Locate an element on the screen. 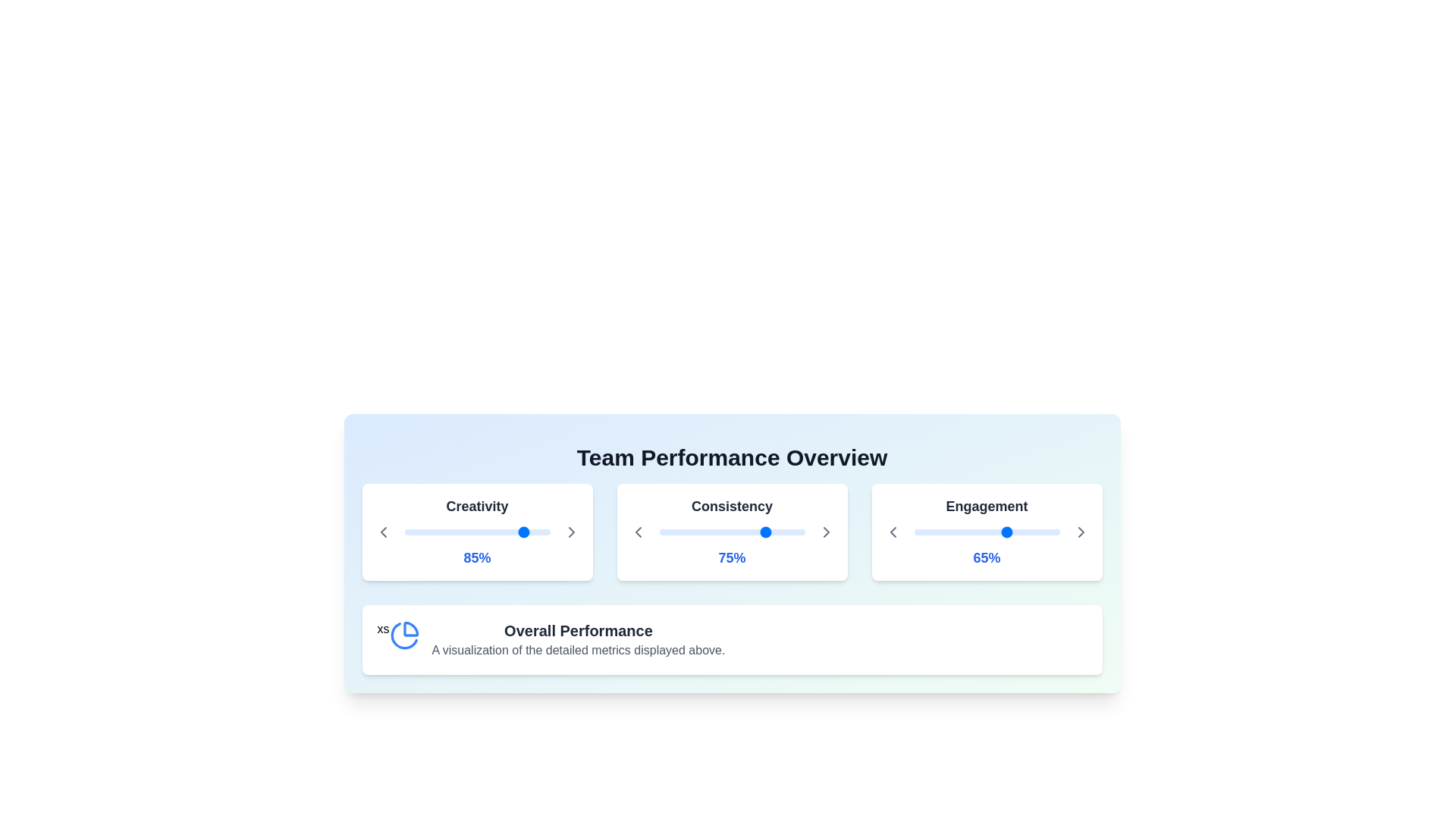 The width and height of the screenshot is (1456, 819). the decrement icon located in the 'Creativity' card is located at coordinates (383, 532).